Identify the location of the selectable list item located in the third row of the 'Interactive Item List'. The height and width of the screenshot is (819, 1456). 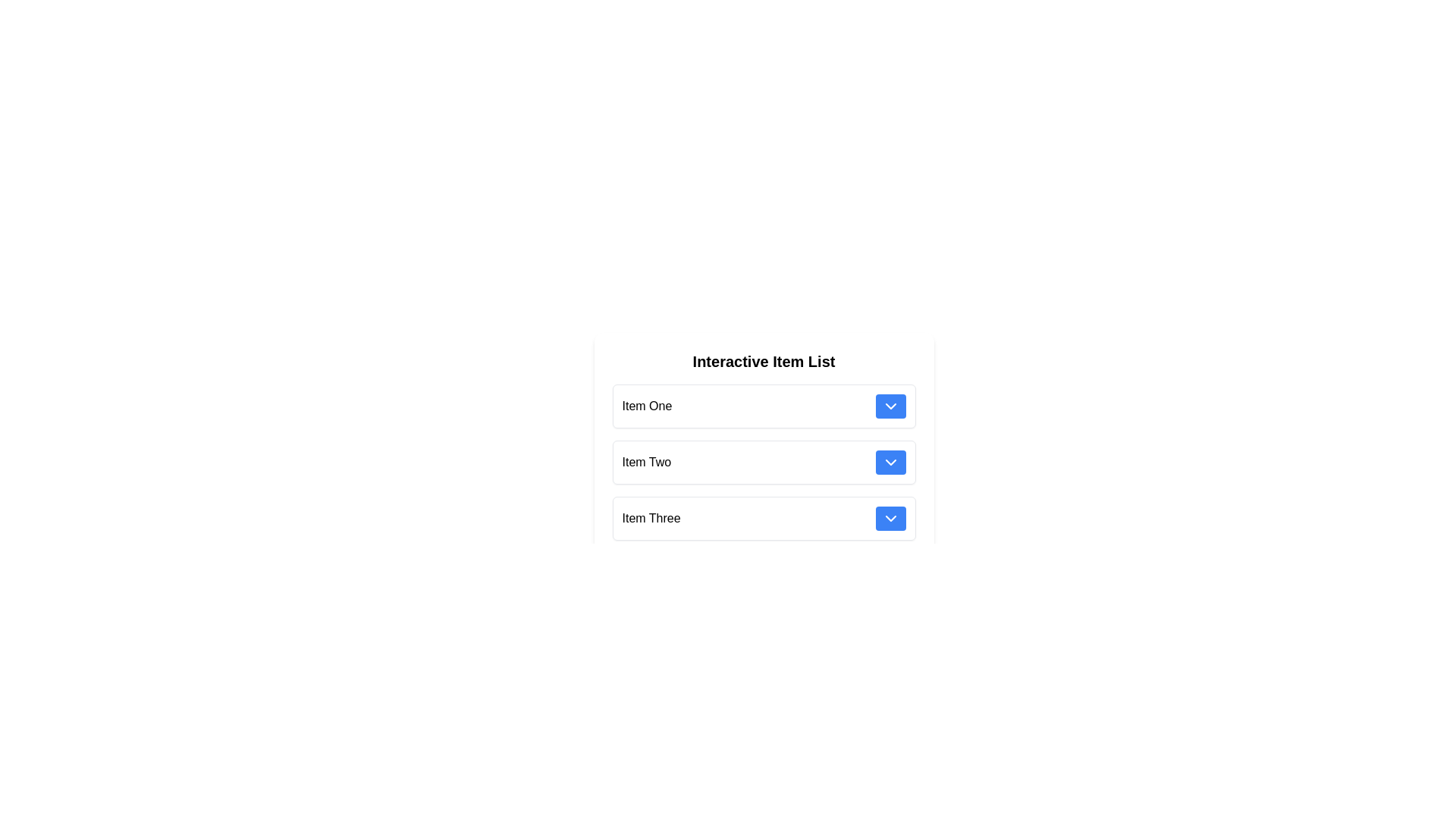
(764, 517).